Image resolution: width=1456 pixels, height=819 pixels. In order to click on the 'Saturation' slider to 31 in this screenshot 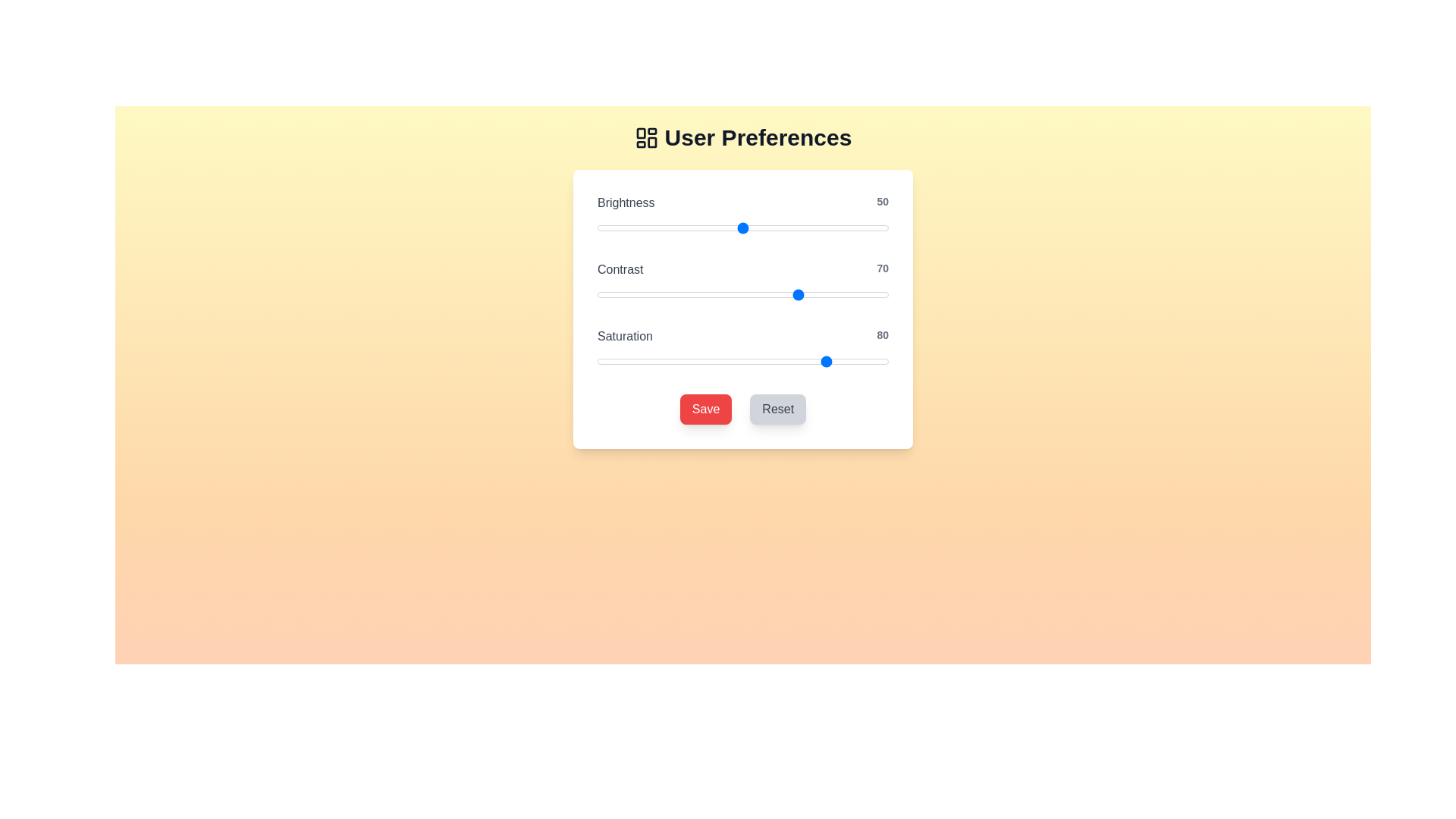, I will do `click(687, 362)`.